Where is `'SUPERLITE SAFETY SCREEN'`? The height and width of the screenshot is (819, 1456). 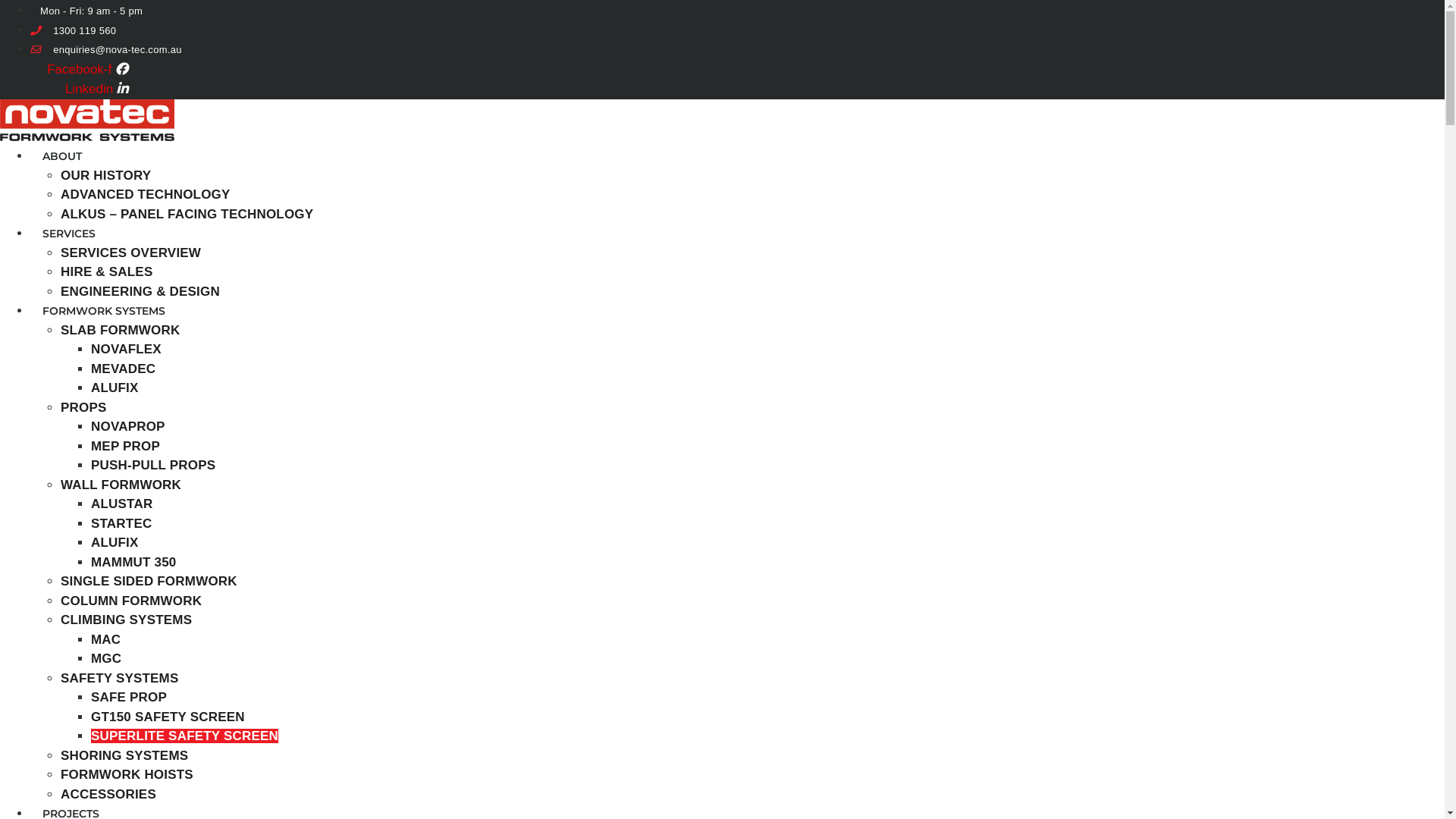
'SUPERLITE SAFETY SCREEN' is located at coordinates (184, 735).